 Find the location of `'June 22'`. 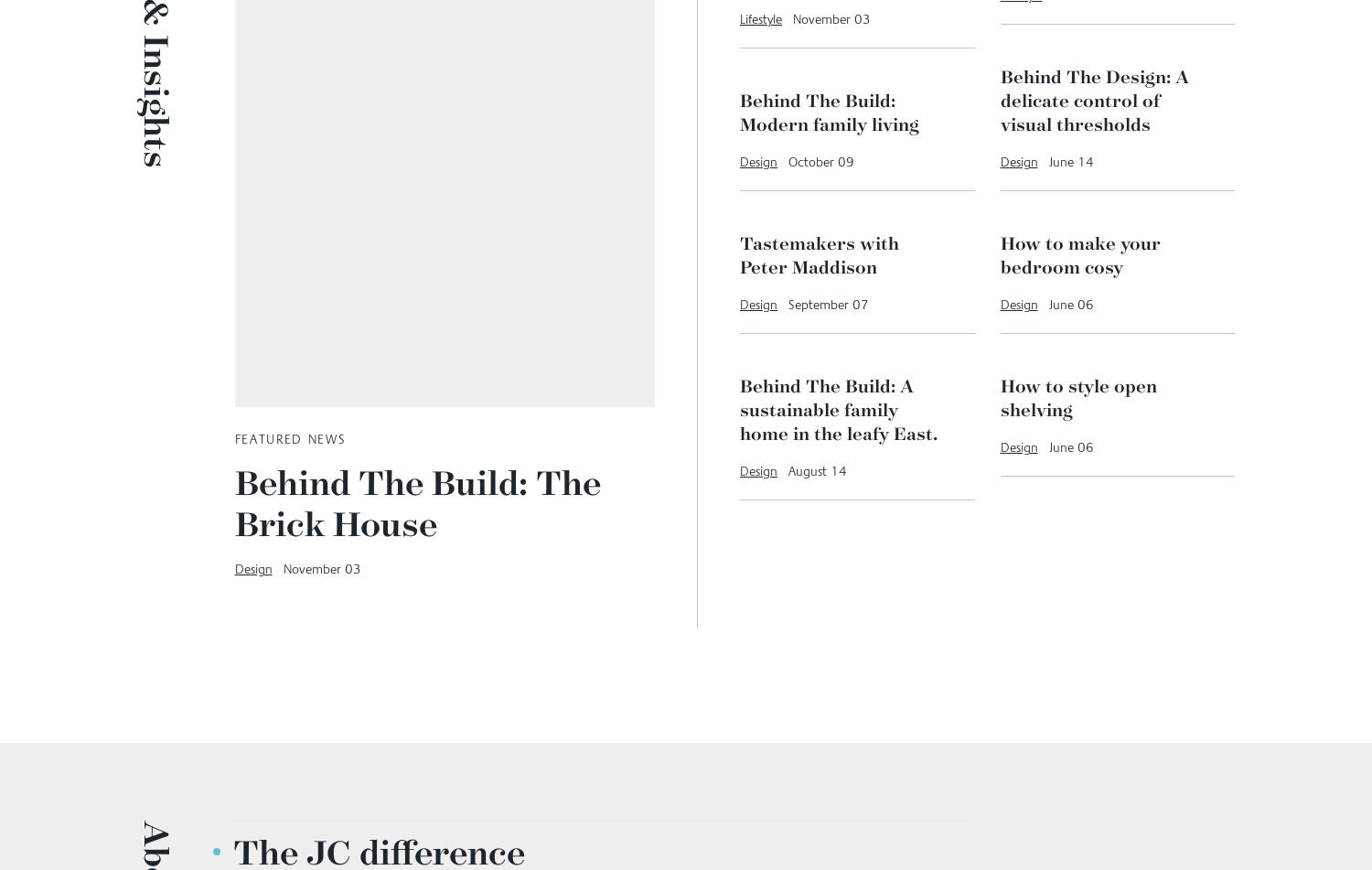

'June 22' is located at coordinates (1075, 230).